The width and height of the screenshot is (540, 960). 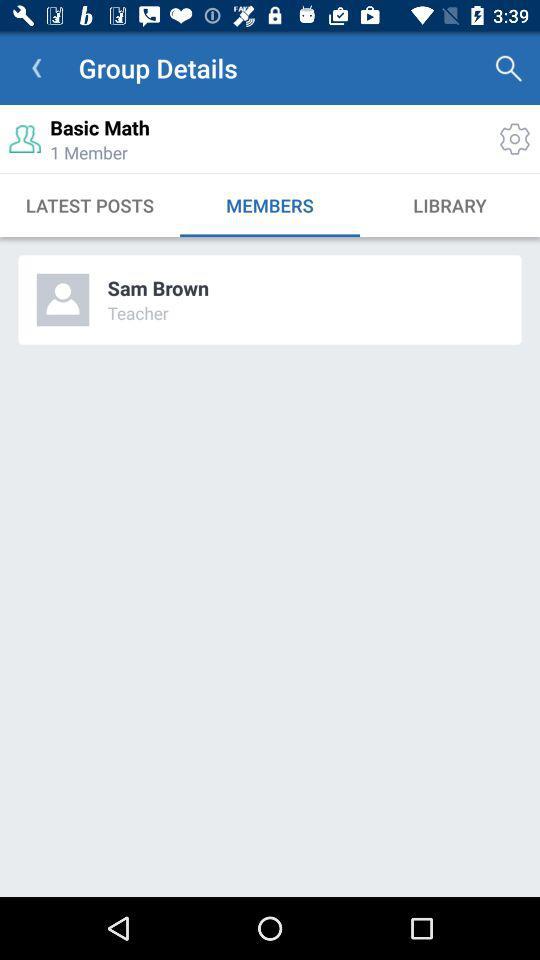 What do you see at coordinates (514, 138) in the screenshot?
I see `open app settings` at bounding box center [514, 138].